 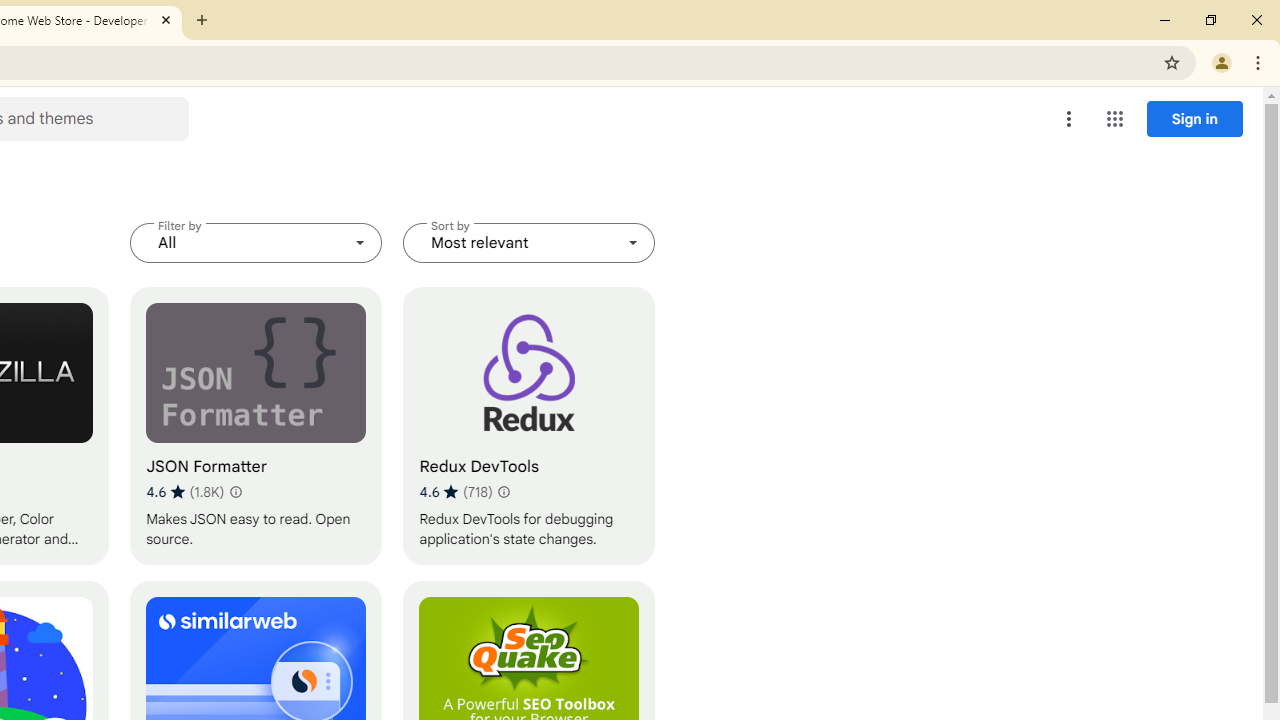 What do you see at coordinates (185, 491) in the screenshot?
I see `'Average rating 4.6 out of 5 stars. 1.8K ratings.'` at bounding box center [185, 491].